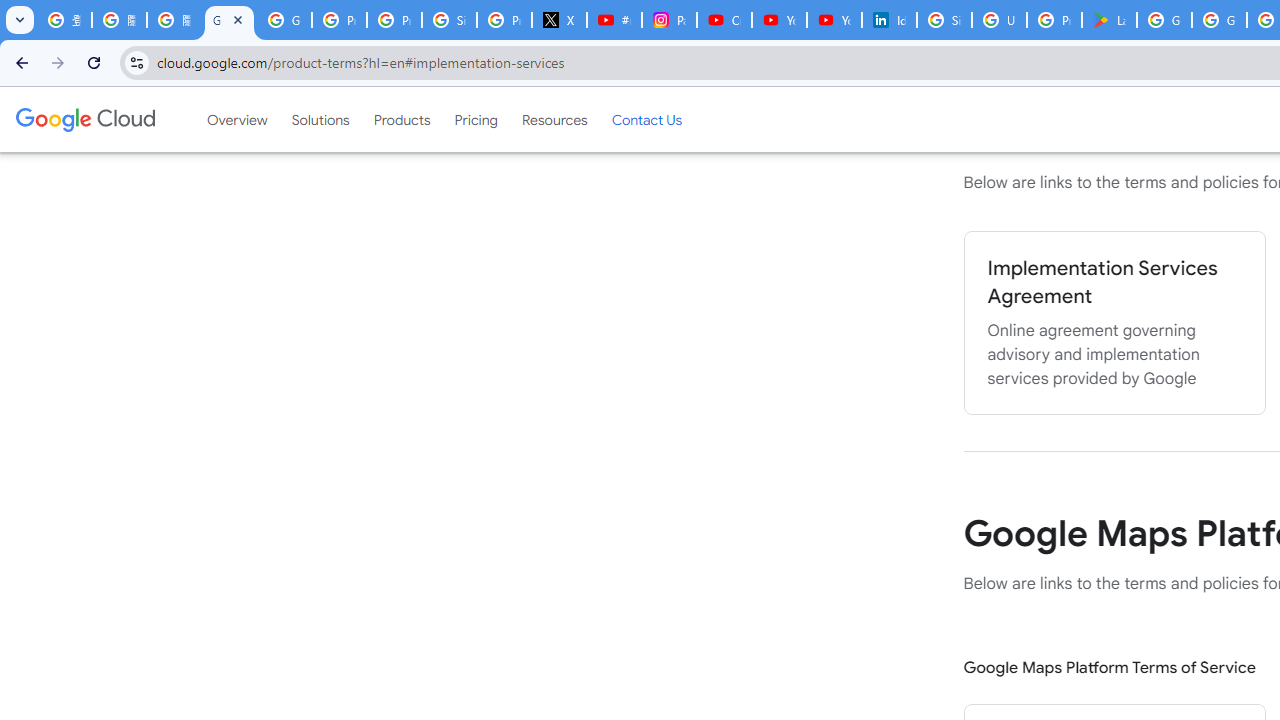 The width and height of the screenshot is (1280, 720). I want to click on 'Last Shelter: Survival - Apps on Google Play', so click(1108, 20).